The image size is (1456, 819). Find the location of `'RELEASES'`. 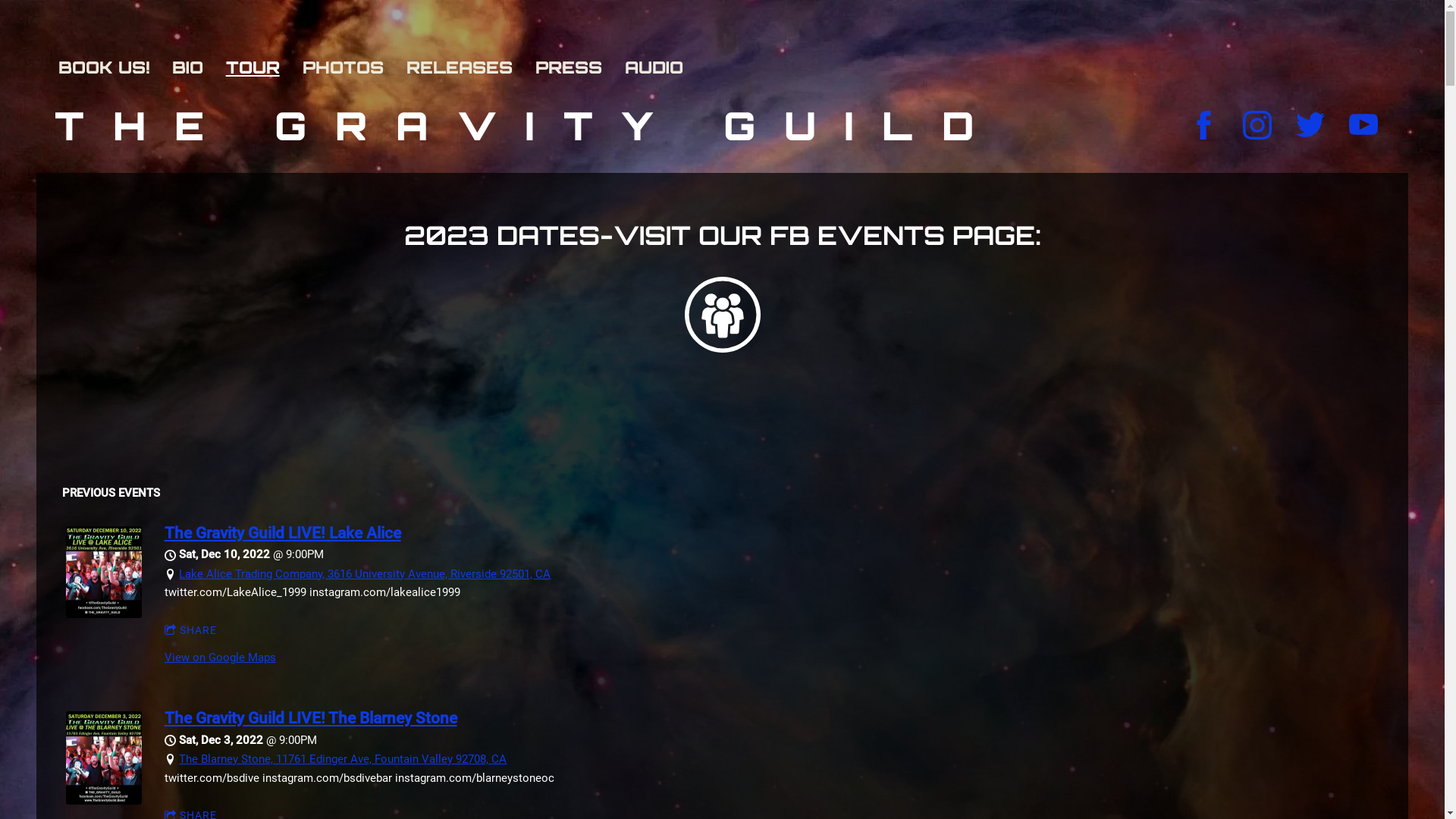

'RELEASES' is located at coordinates (466, 66).